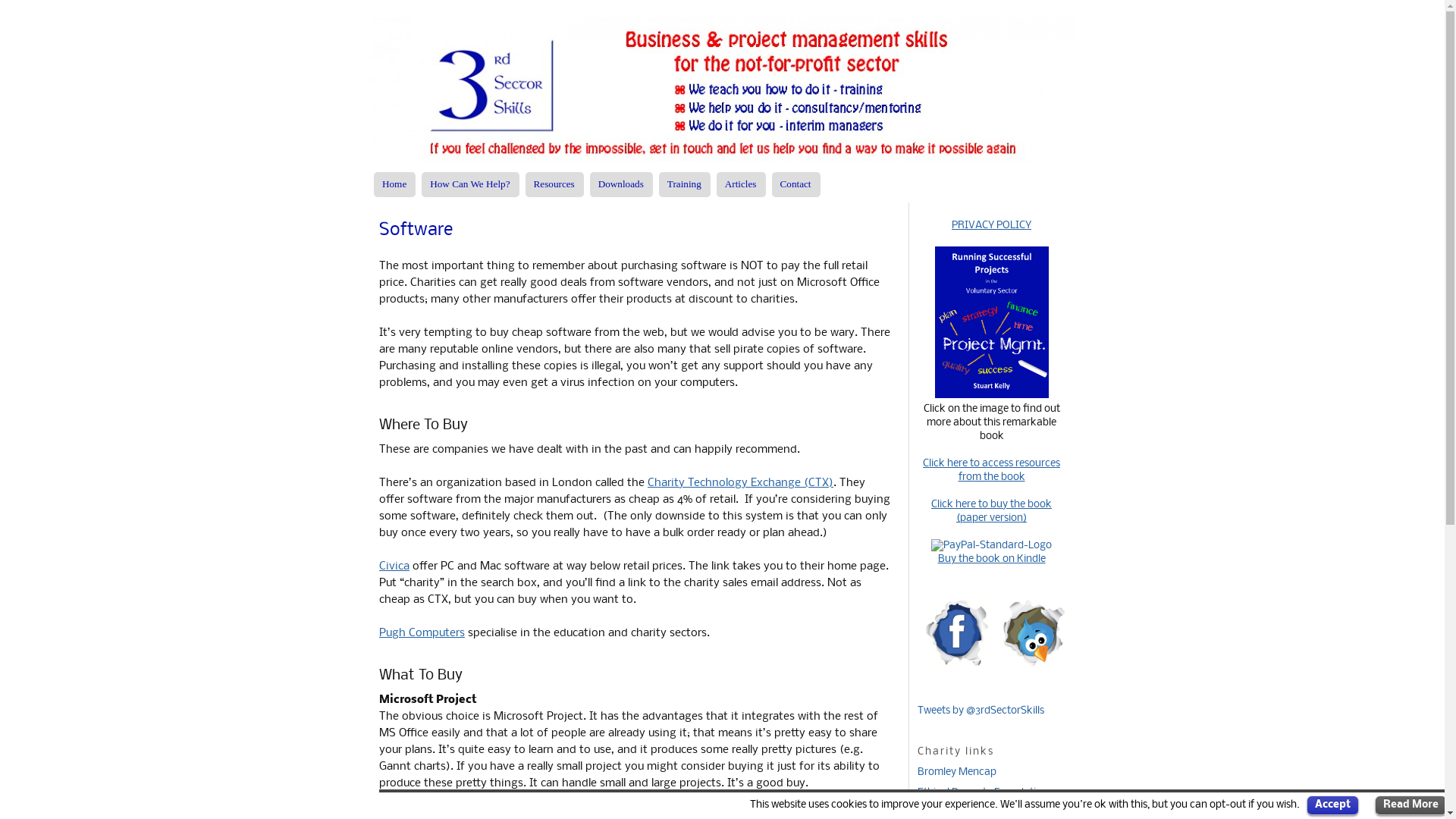 The image size is (1456, 819). Describe the element at coordinates (991, 469) in the screenshot. I see `'Click here to access resources from the book'` at that location.